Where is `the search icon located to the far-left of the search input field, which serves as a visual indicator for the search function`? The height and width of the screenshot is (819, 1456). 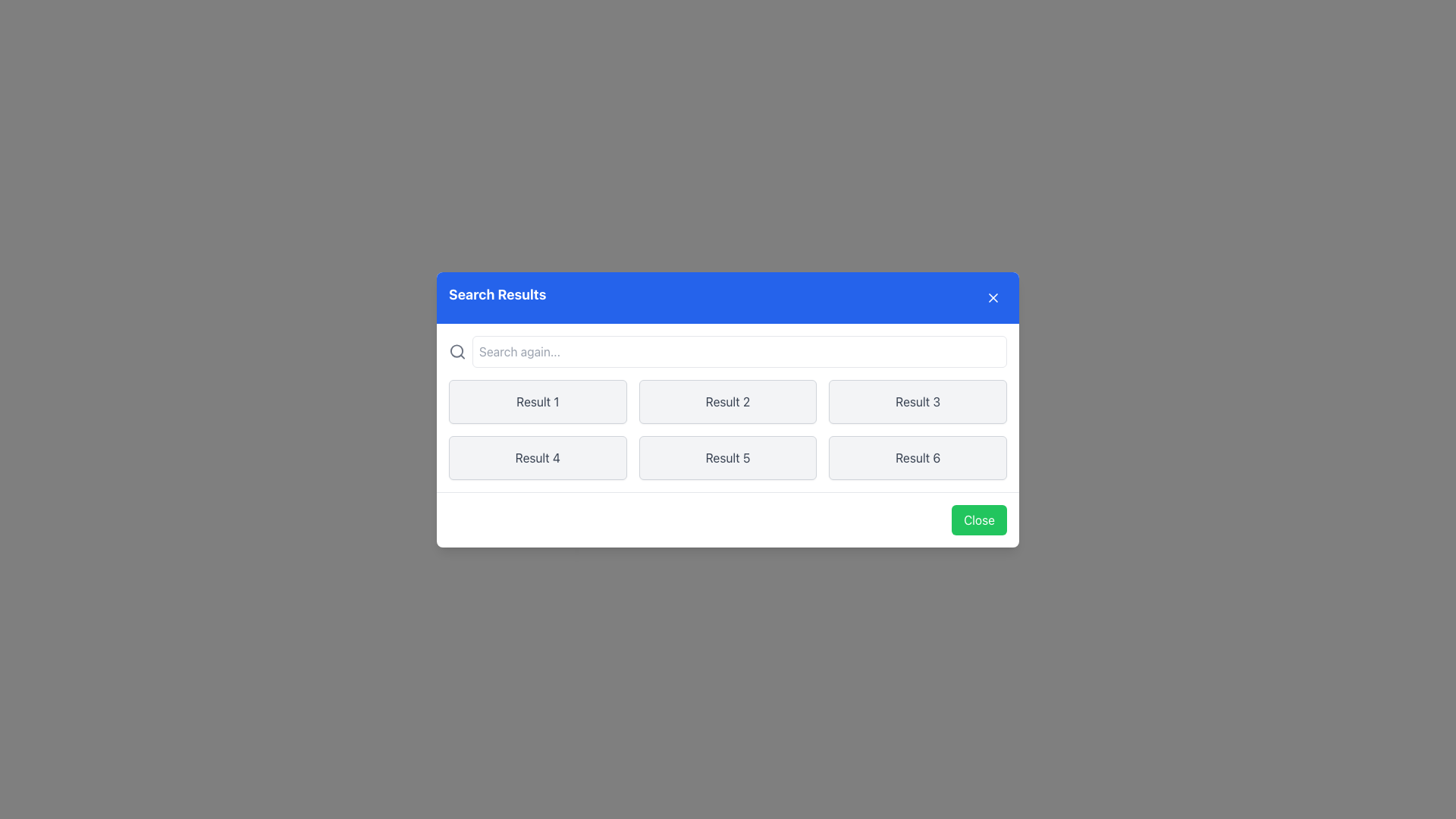 the search icon located to the far-left of the search input field, which serves as a visual indicator for the search function is located at coordinates (457, 351).